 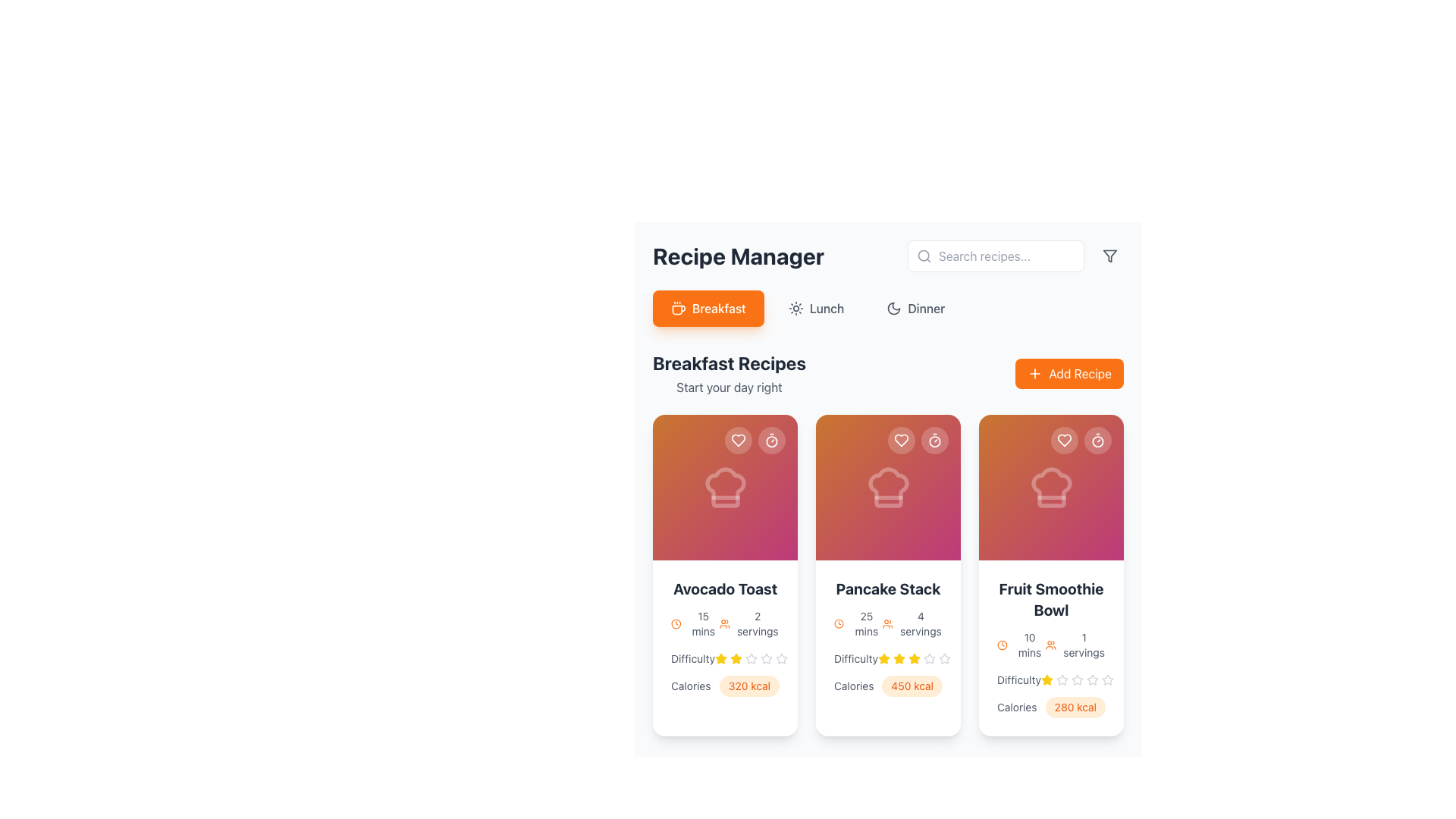 I want to click on the 'Difficulty' rating indicator element, which shows a highlighted star and is located in the 'Fruit Smoothie Bowl' recipe card under the 'Breakfast Recipes' section, so click(x=1050, y=679).